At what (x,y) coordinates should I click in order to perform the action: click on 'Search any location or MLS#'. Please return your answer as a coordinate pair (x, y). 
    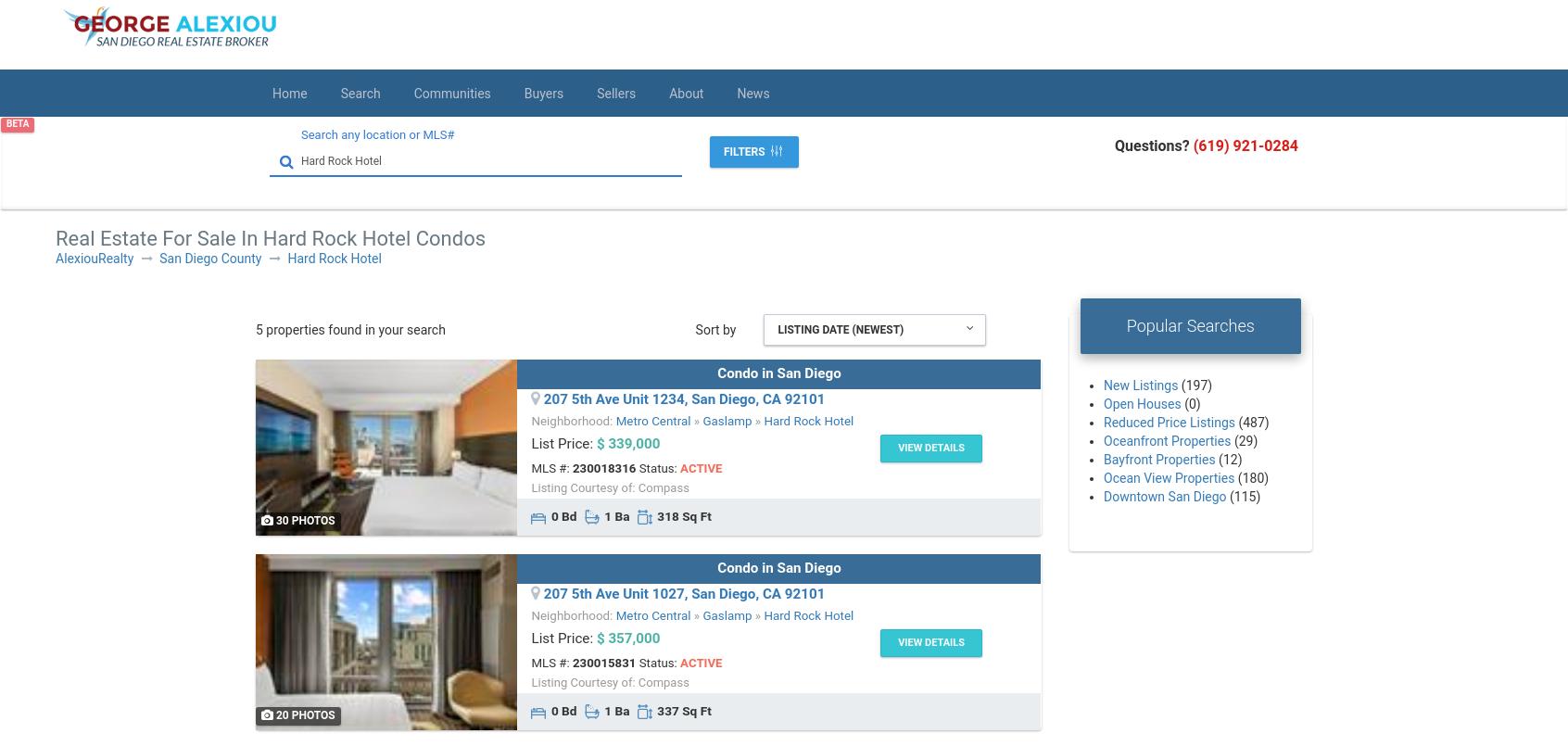
    Looking at the image, I should click on (300, 134).